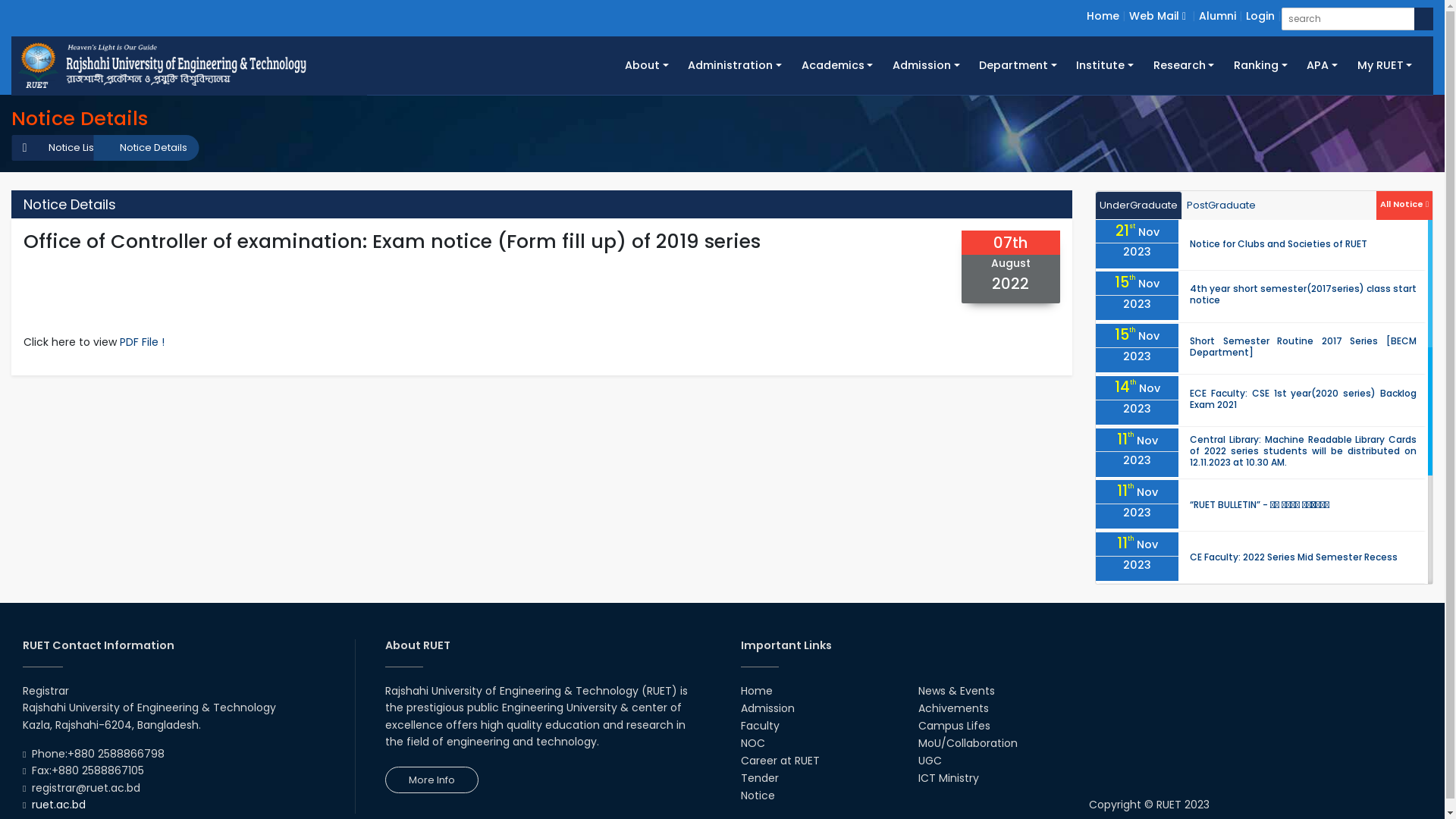  What do you see at coordinates (1217, 15) in the screenshot?
I see `'Alumni'` at bounding box center [1217, 15].